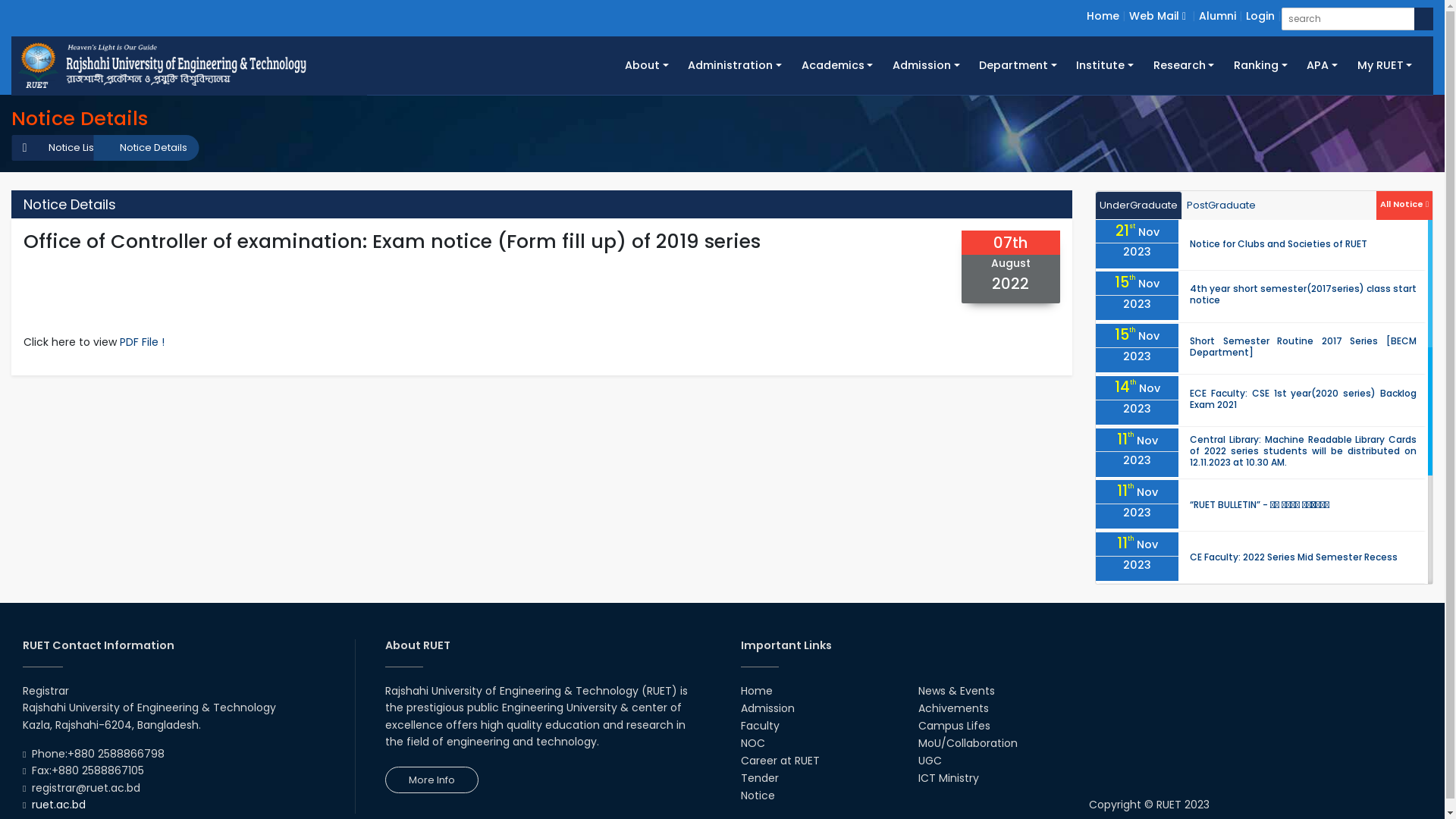  What do you see at coordinates (1217, 15) in the screenshot?
I see `'Alumni'` at bounding box center [1217, 15].